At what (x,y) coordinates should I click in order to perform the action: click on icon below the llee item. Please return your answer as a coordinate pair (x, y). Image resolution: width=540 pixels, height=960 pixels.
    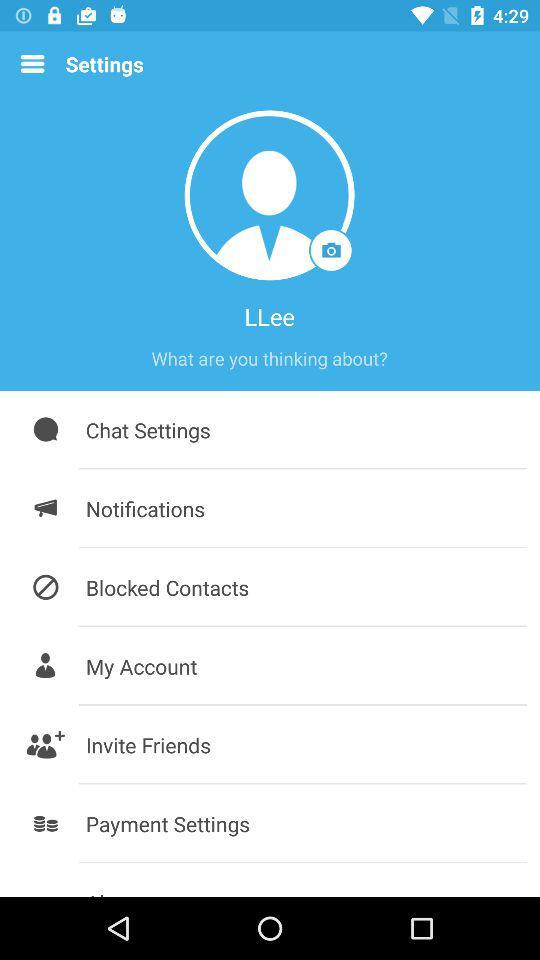
    Looking at the image, I should click on (269, 358).